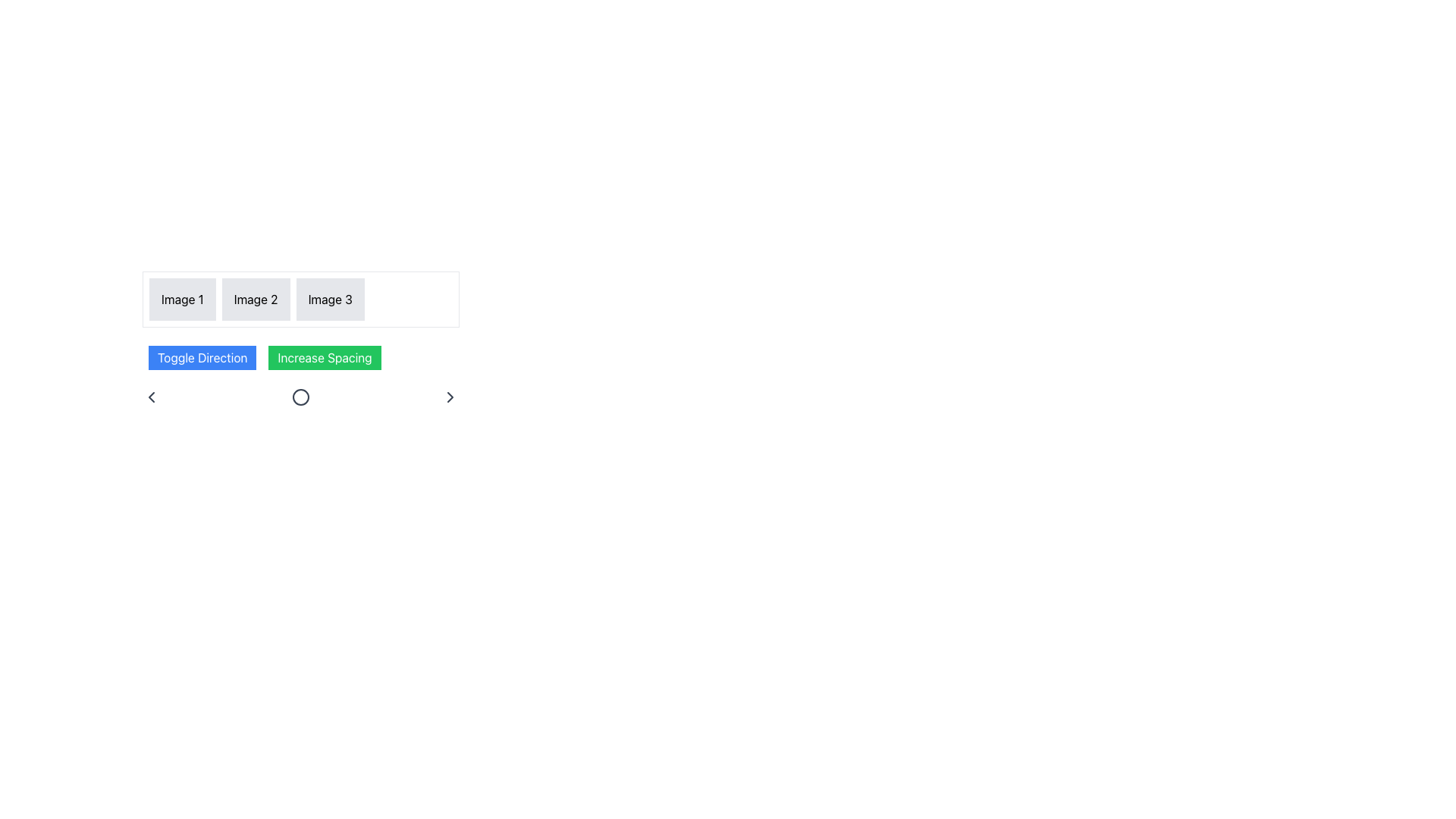  I want to click on the rightmost icon-based button on the horizontal control panel, so click(450, 397).